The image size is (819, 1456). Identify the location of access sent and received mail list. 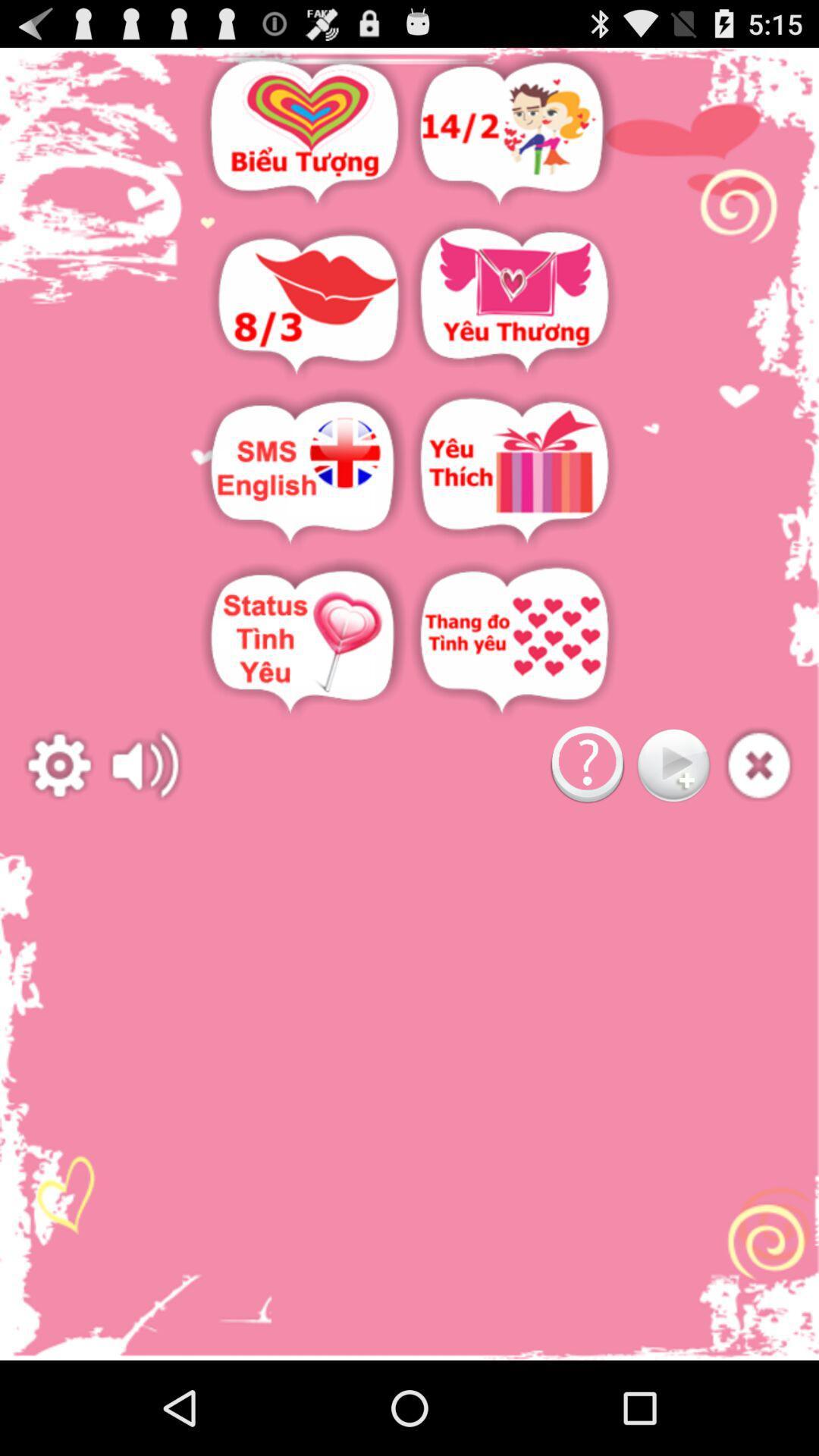
(513, 302).